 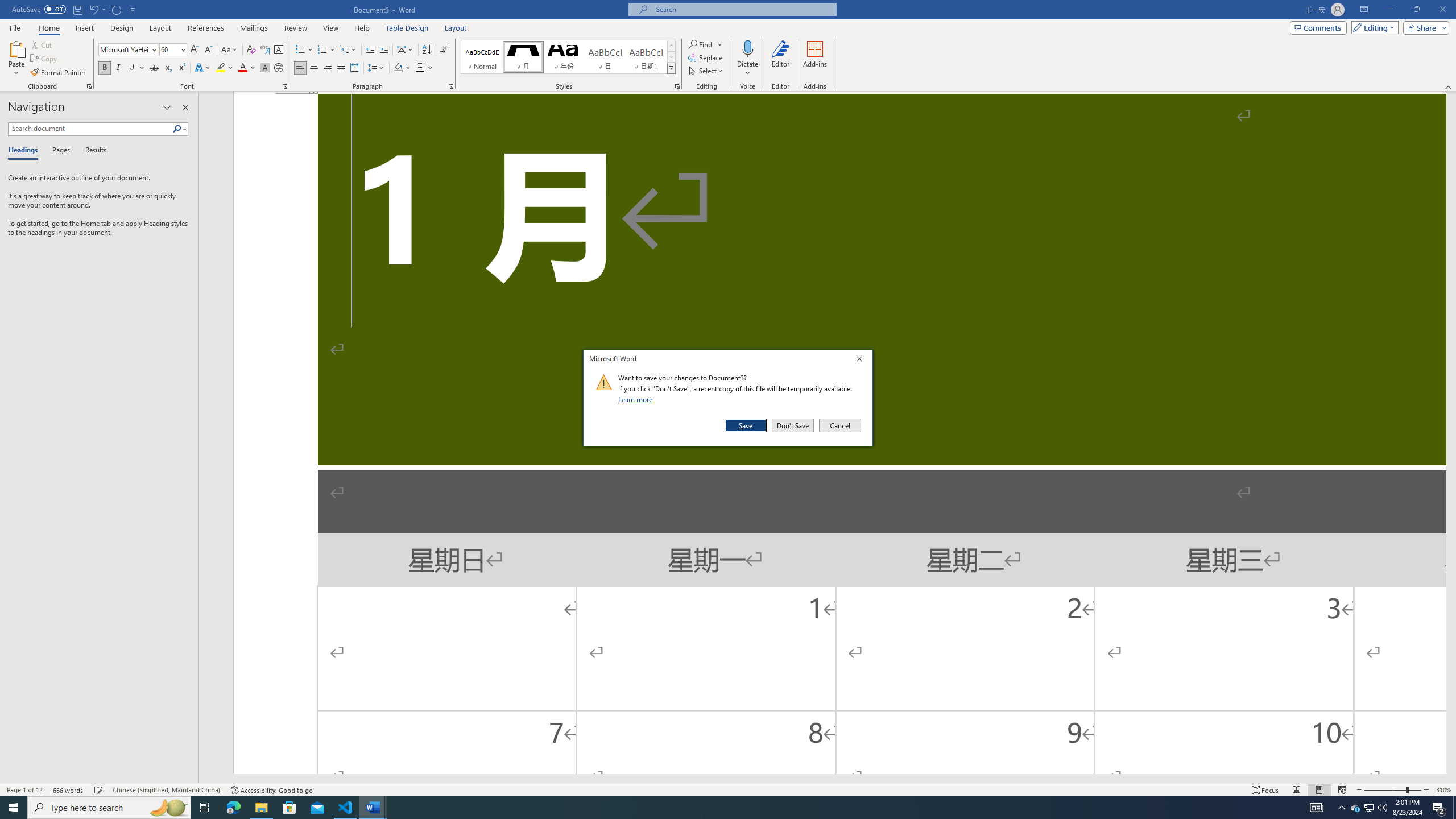 I want to click on 'Word - 2 running windows', so click(x=373, y=806).